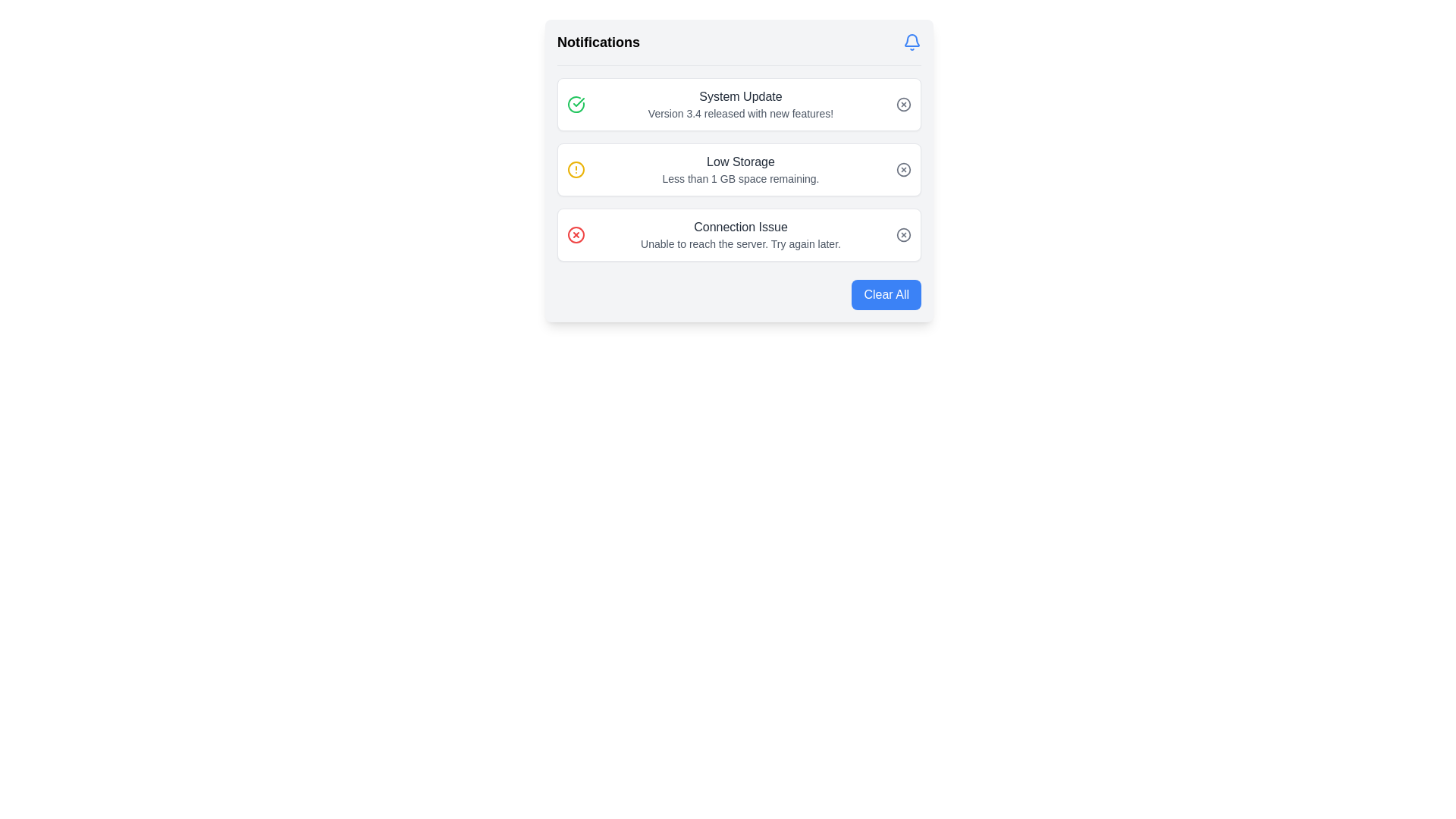 Image resolution: width=1456 pixels, height=819 pixels. Describe the element at coordinates (886, 295) in the screenshot. I see `the button that clears all displayed notifications, located at the bottom-right corner of the notification panel` at that location.